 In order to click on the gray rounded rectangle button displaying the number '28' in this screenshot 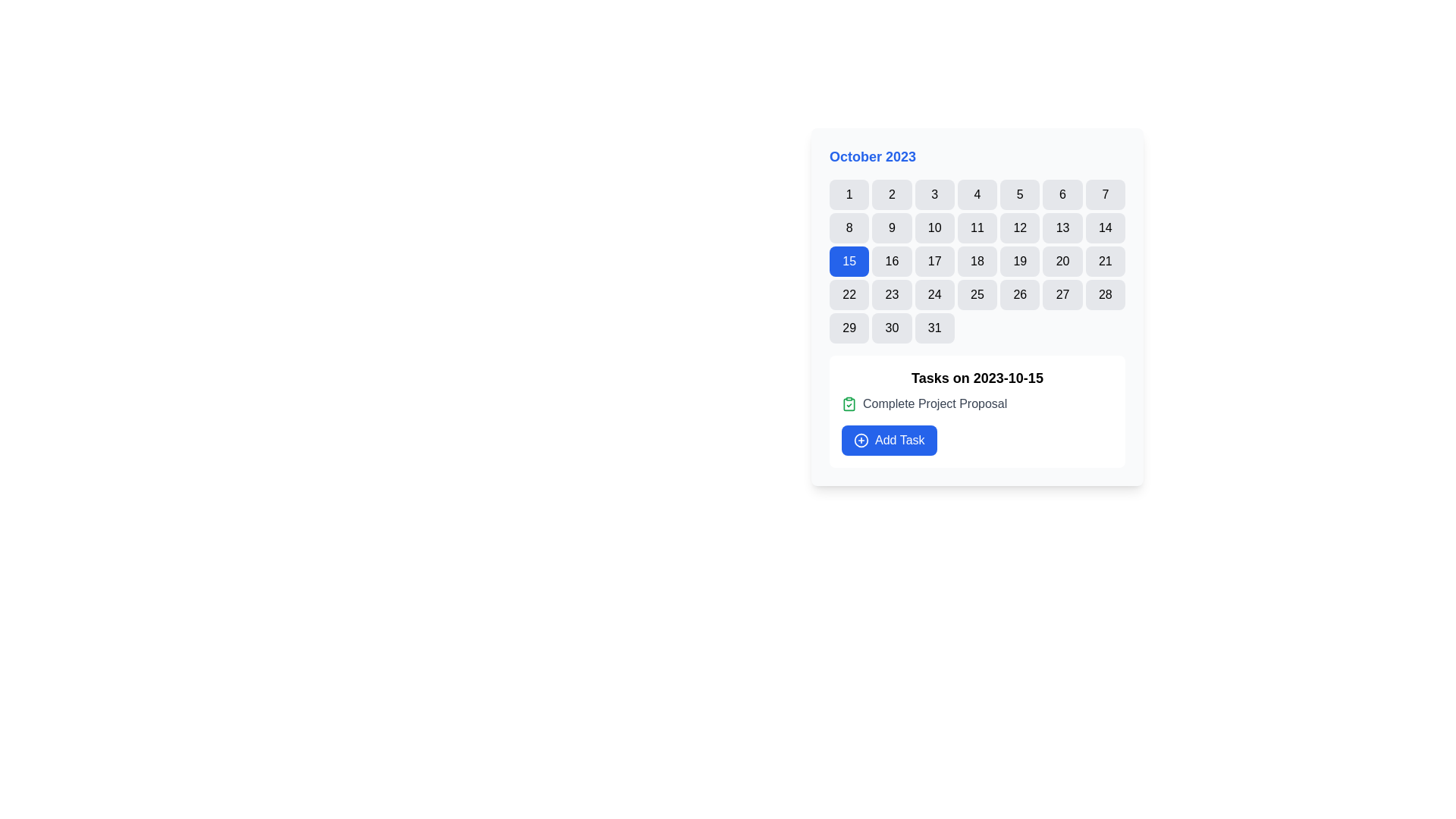, I will do `click(1105, 295)`.